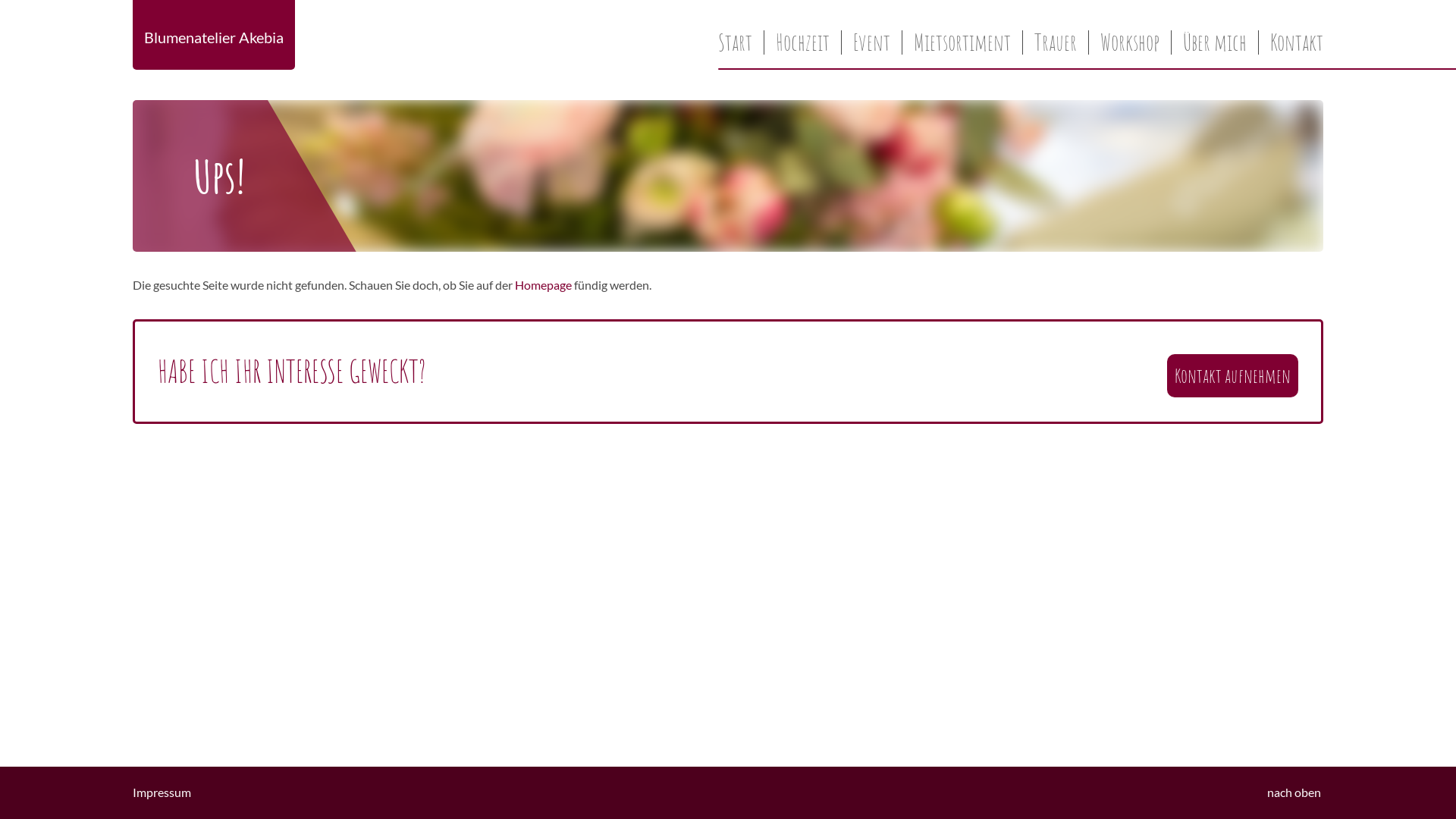  What do you see at coordinates (1022, 42) in the screenshot?
I see `'Trauer'` at bounding box center [1022, 42].